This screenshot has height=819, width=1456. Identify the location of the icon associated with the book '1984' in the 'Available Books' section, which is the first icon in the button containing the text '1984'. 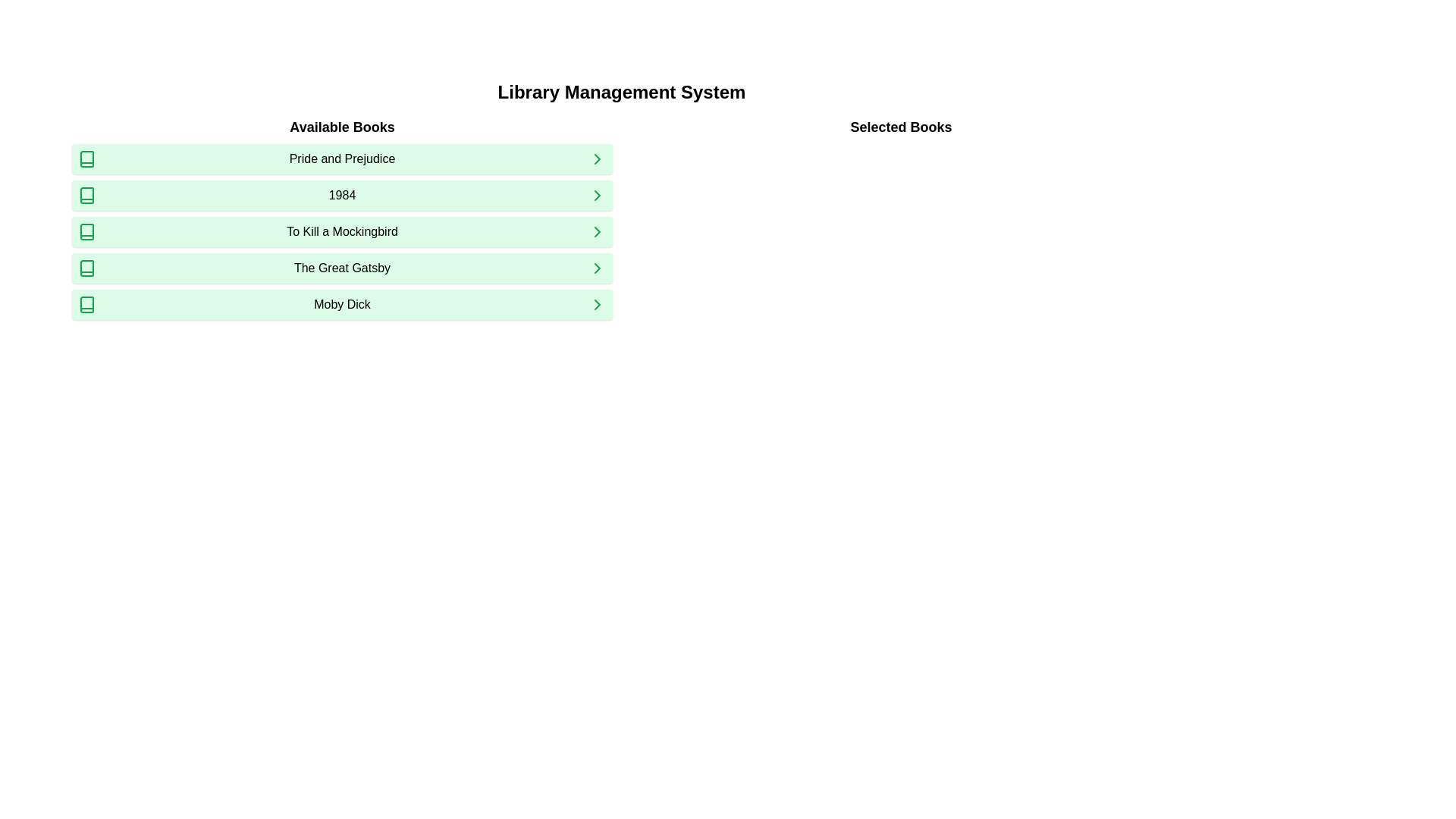
(86, 195).